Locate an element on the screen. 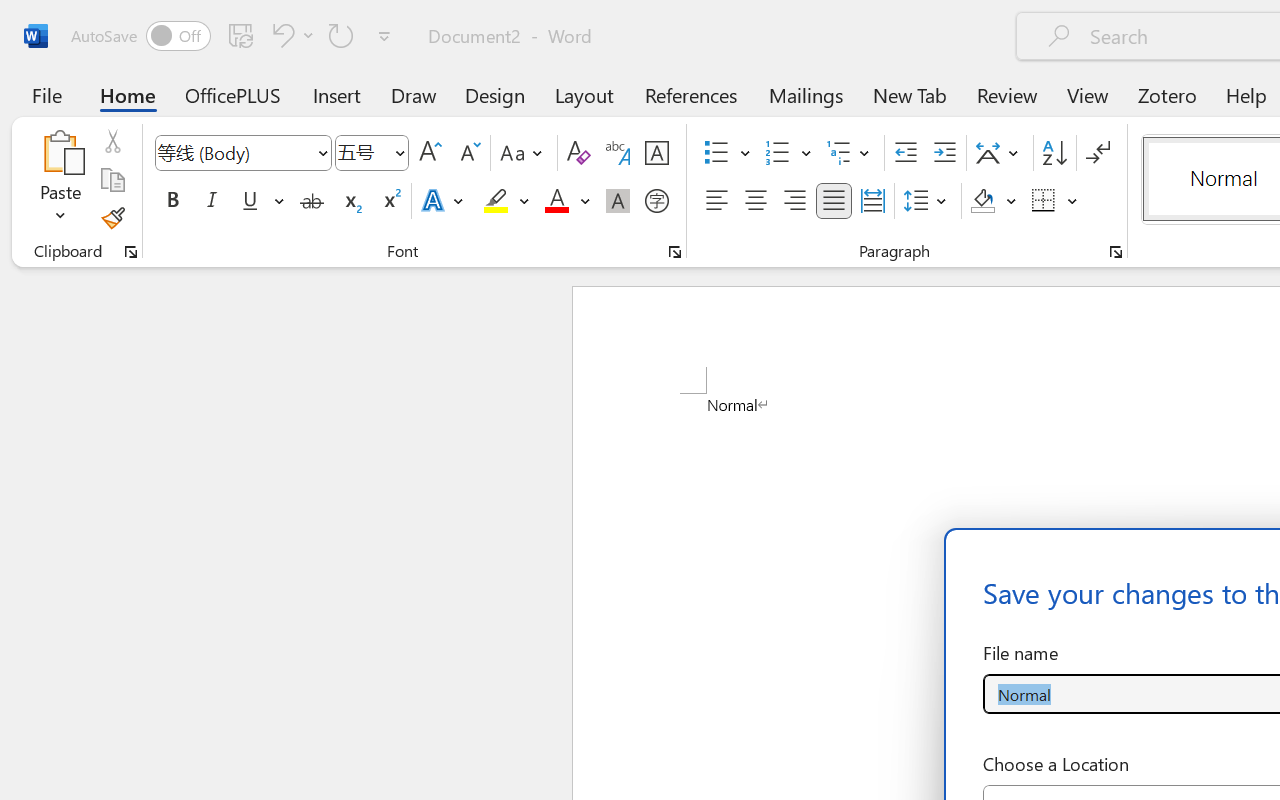 Image resolution: width=1280 pixels, height=800 pixels. 'Mailings' is located at coordinates (806, 94).